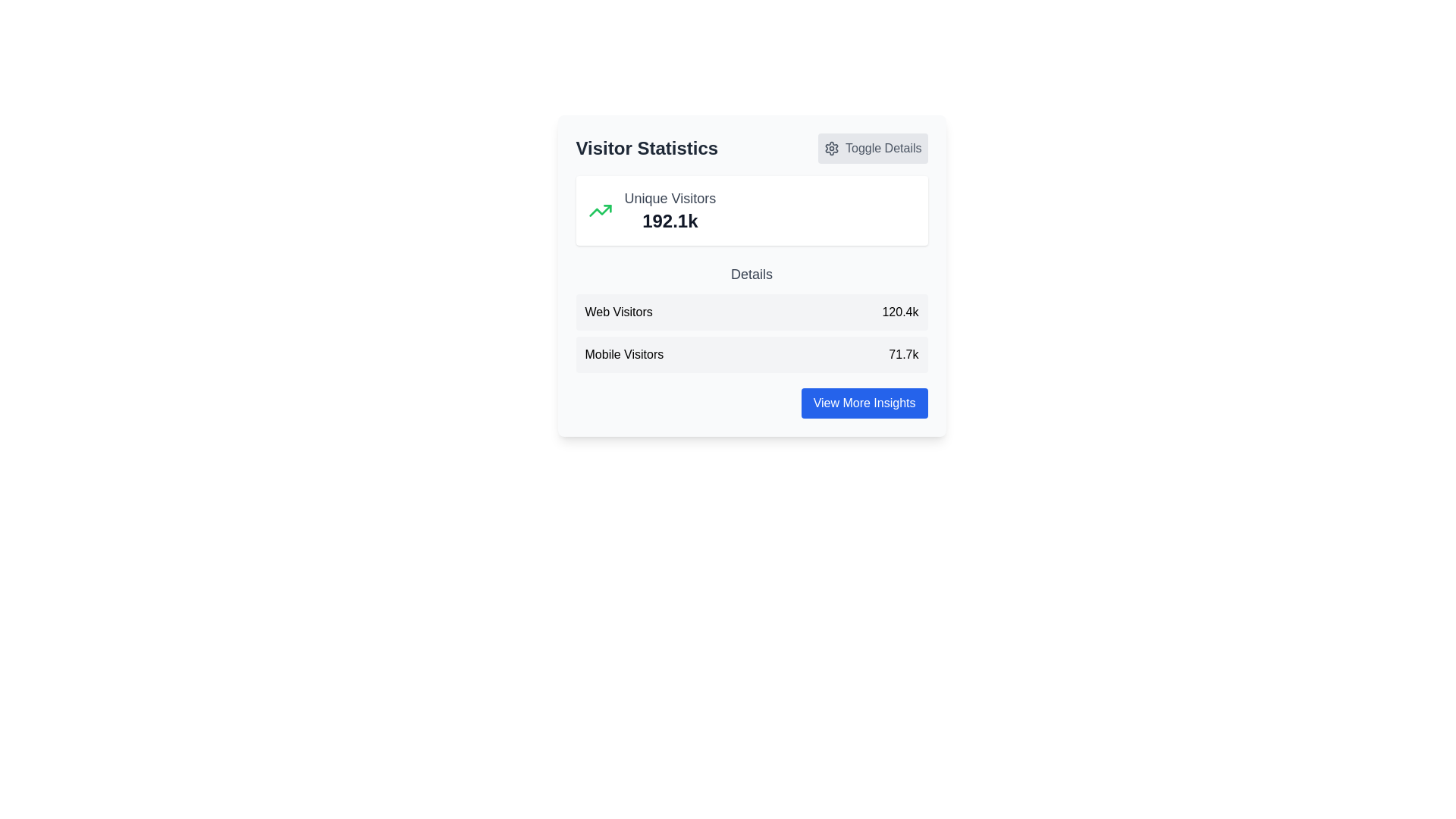 This screenshot has height=819, width=1456. What do you see at coordinates (752, 312) in the screenshot?
I see `the Information display panel that shows statistical data related to website traffic, located in the first row of the 'Details' section under 'Visitor Statistics'` at bounding box center [752, 312].